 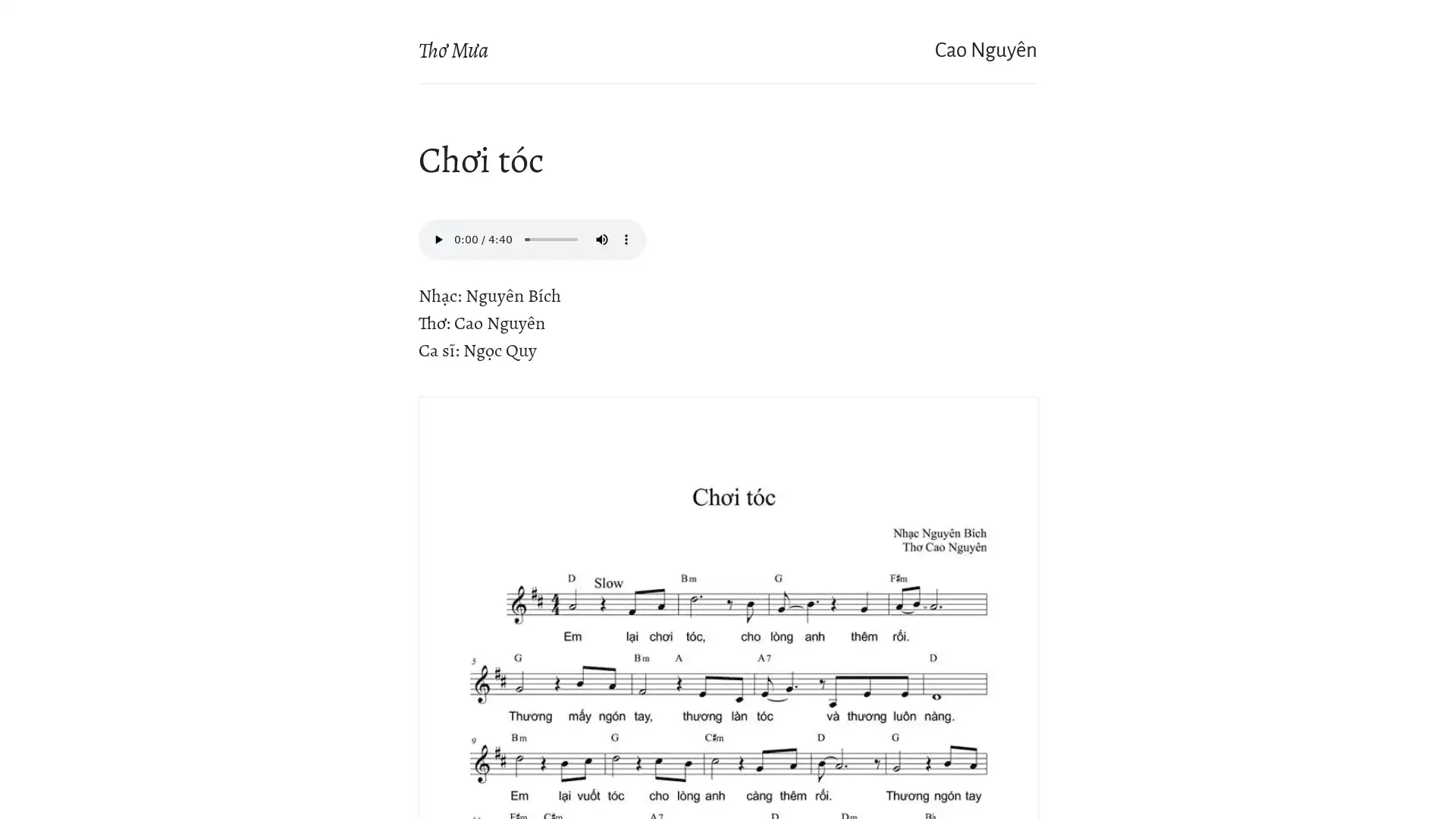 What do you see at coordinates (437, 239) in the screenshot?
I see `play` at bounding box center [437, 239].